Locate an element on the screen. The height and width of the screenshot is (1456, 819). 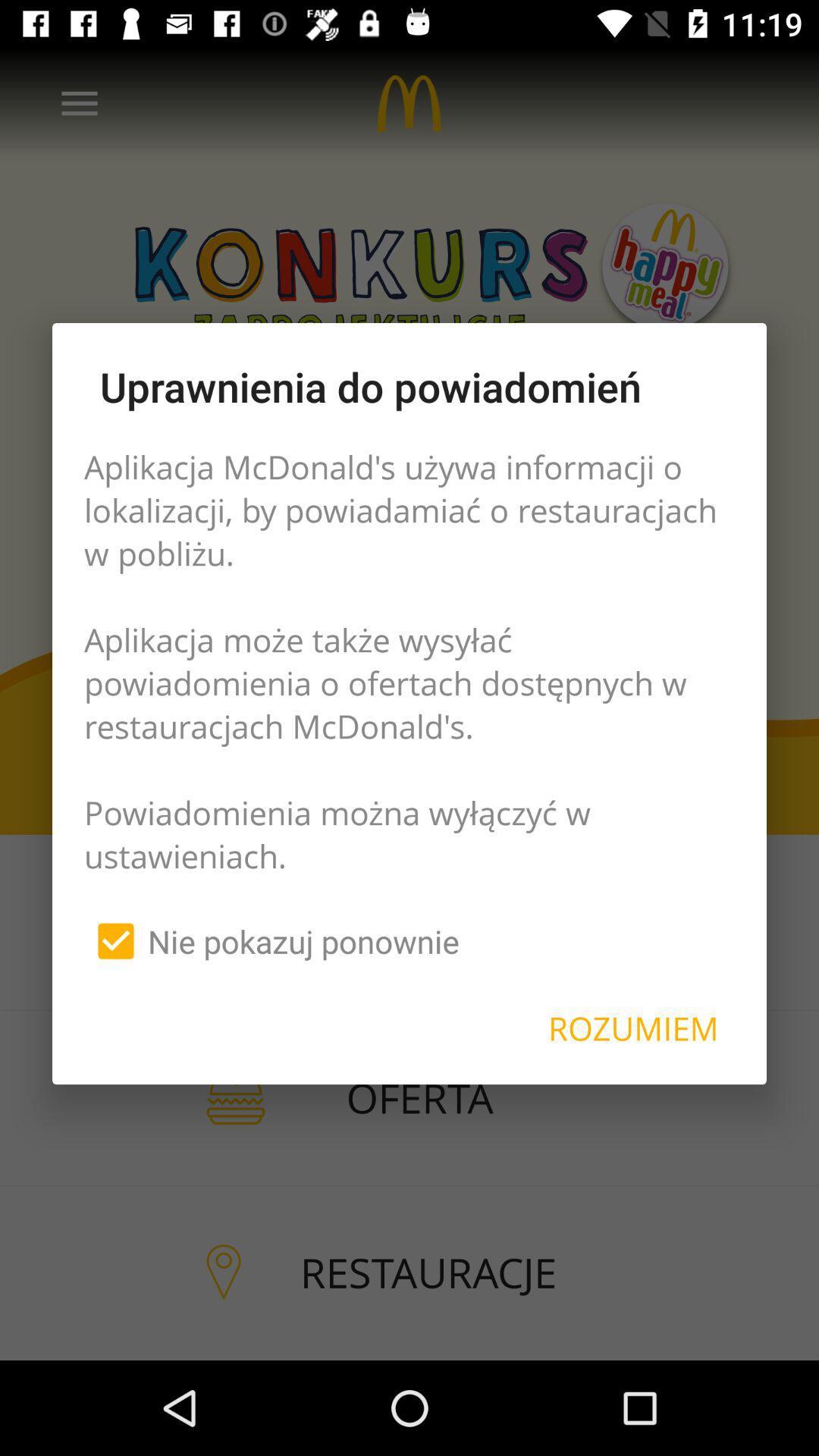
the nie pokazuj ponownie is located at coordinates (271, 940).